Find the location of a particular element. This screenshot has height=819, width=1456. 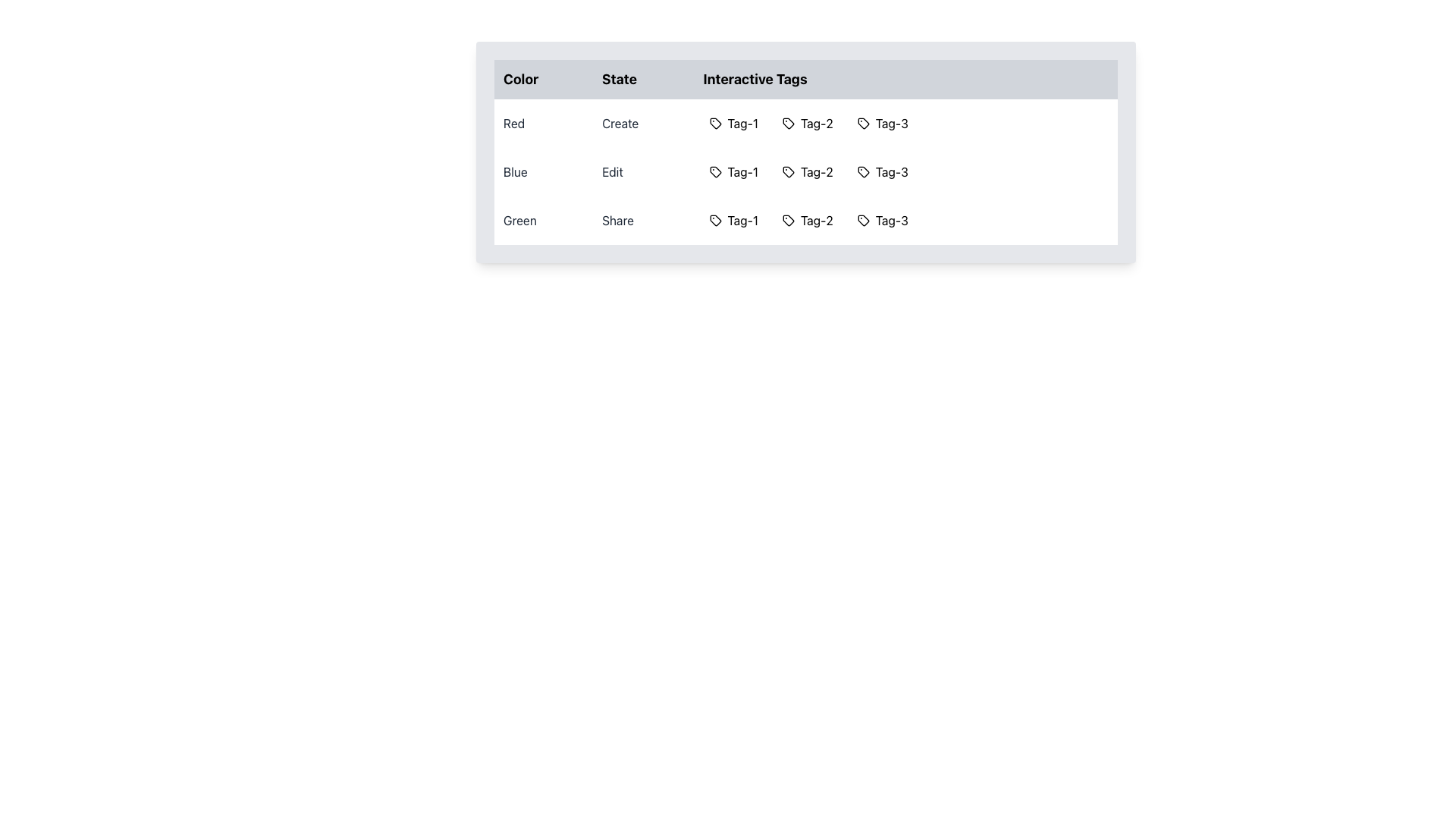

the first tag element labeled 'Tag-1' in the 'Interactive Tags' column of the 'Blue' row in the table is located at coordinates (733, 171).